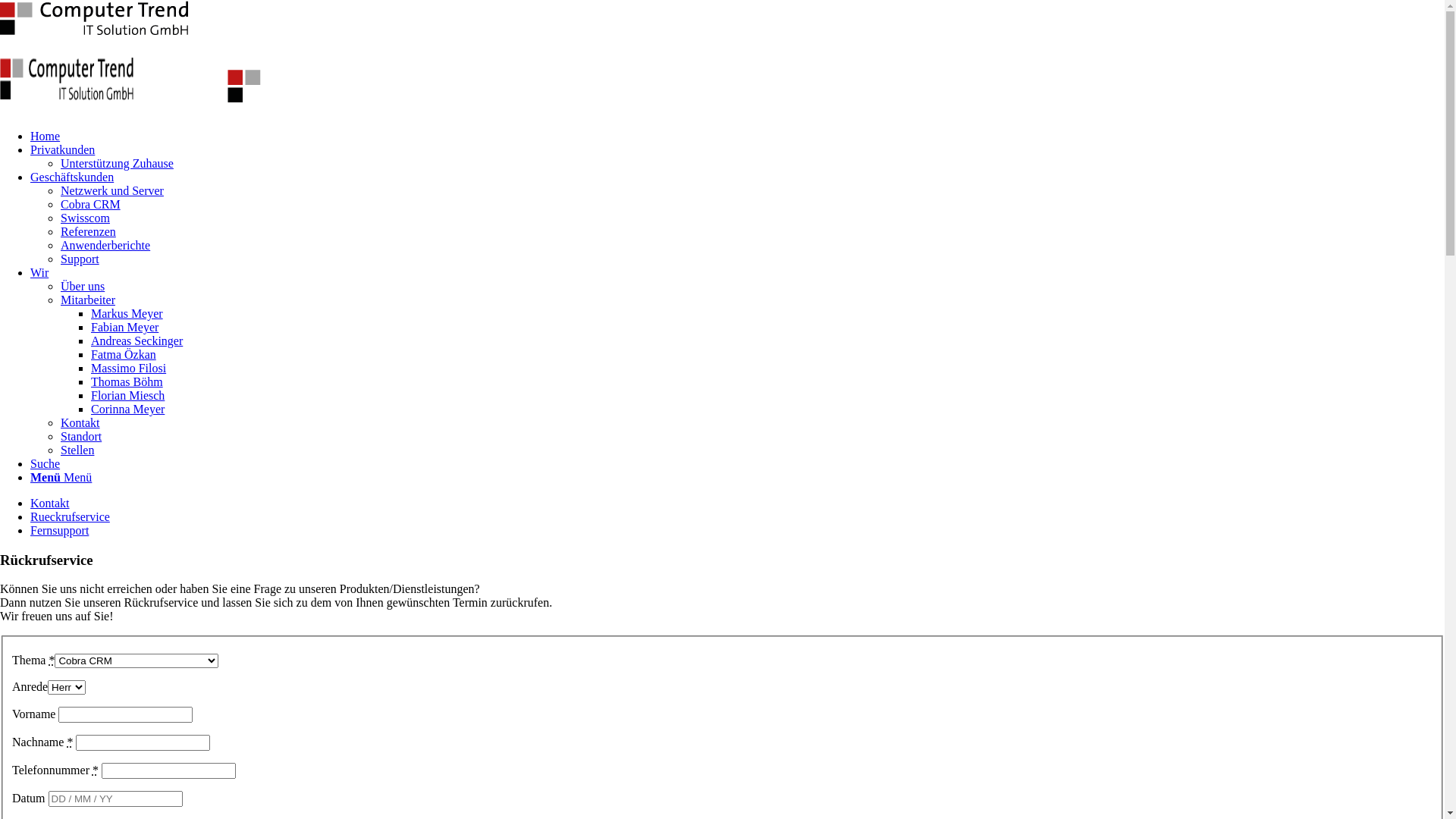  Describe the element at coordinates (127, 394) in the screenshot. I see `'Florian Miesch'` at that location.